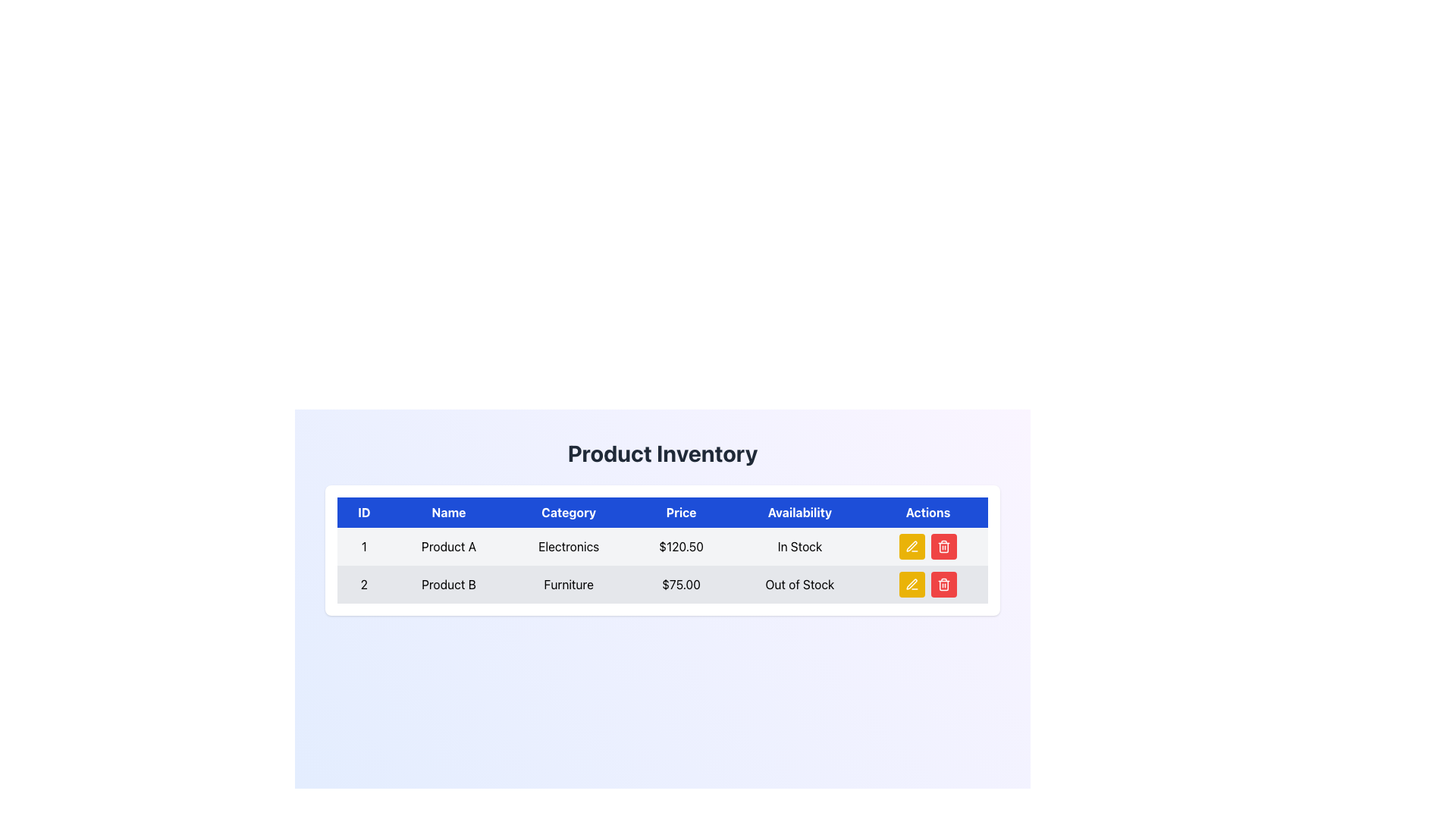  Describe the element at coordinates (568, 584) in the screenshot. I see `the static text label displaying 'Furniture' located under the 'Category' column in the second row of the table` at that location.